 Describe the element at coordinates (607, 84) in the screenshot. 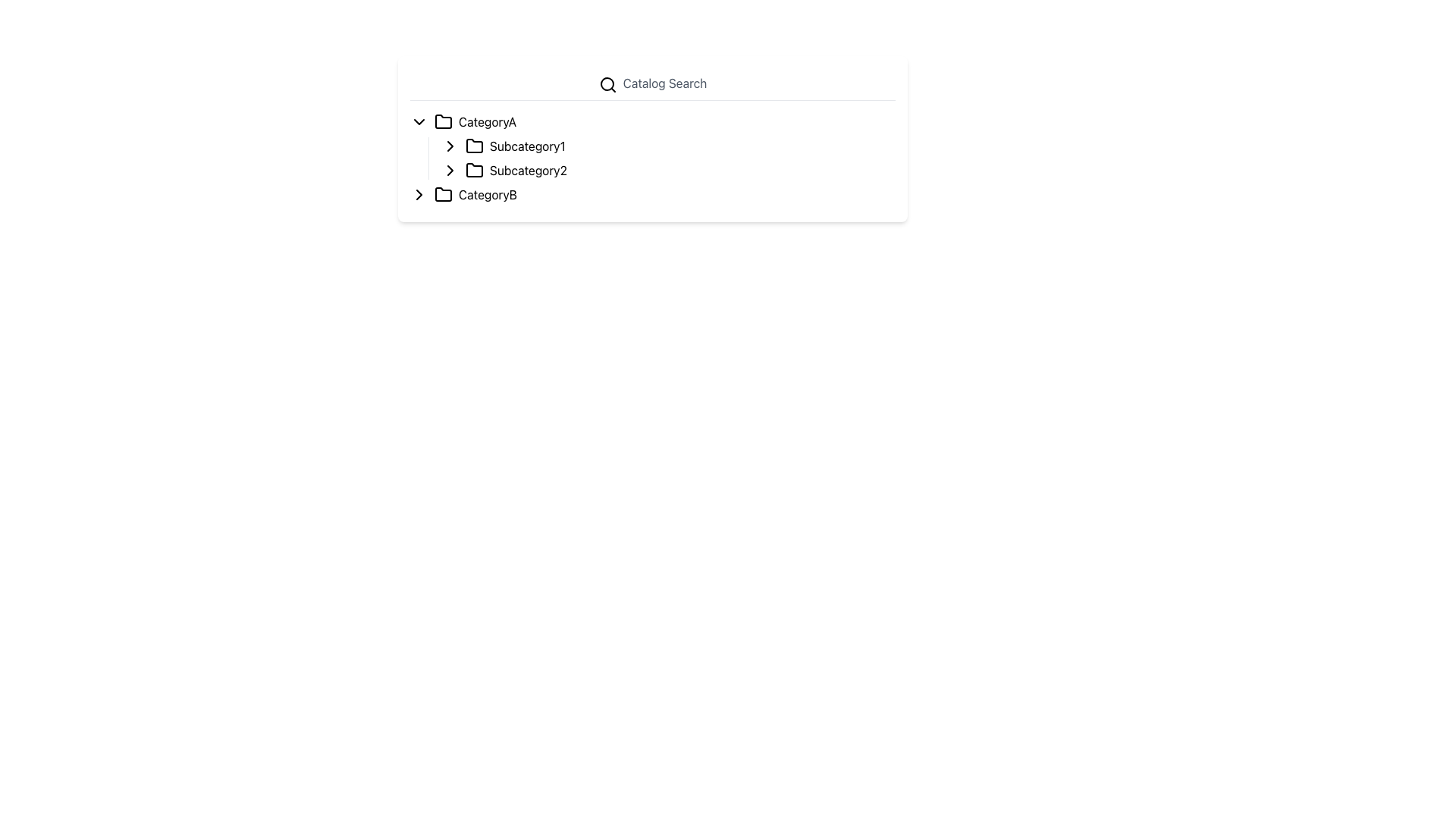

I see `the search icon represented by a magnifying glass located in the header section labeled 'Catalog Search' to initiate a search action` at that location.